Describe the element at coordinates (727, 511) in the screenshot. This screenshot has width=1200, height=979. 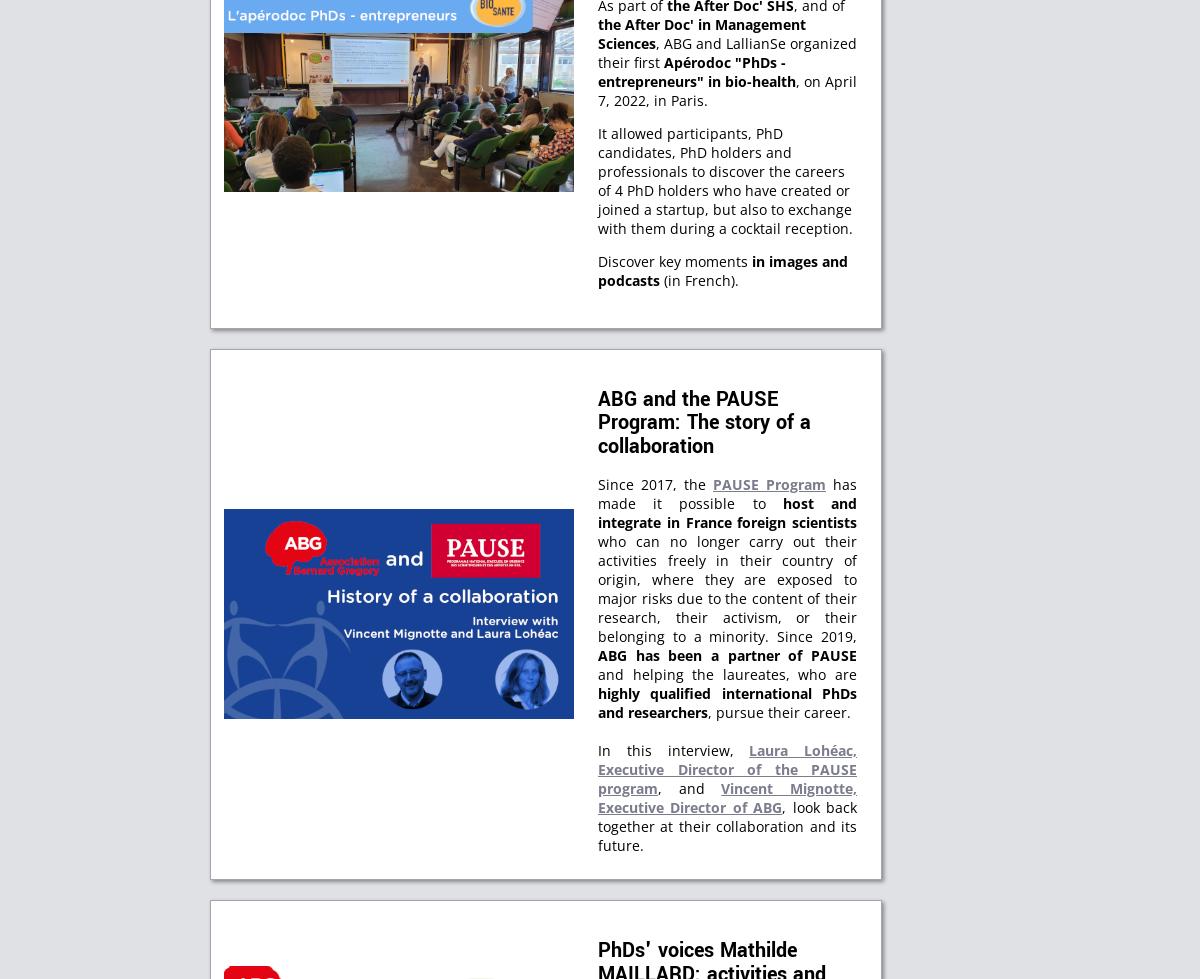
I see `'host and integrate in France foreign scientists'` at that location.